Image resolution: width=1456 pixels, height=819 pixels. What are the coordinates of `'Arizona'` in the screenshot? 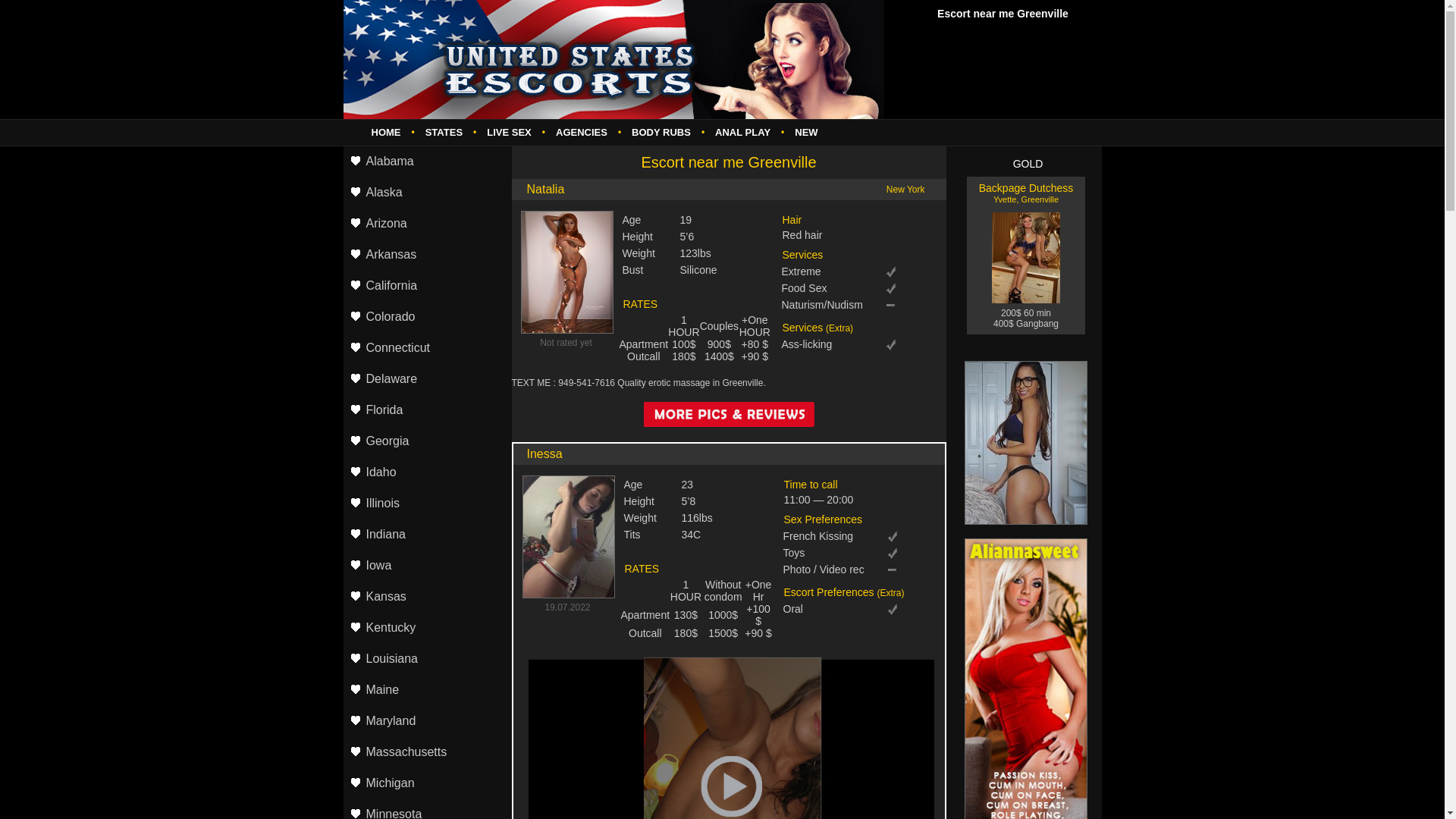 It's located at (425, 224).